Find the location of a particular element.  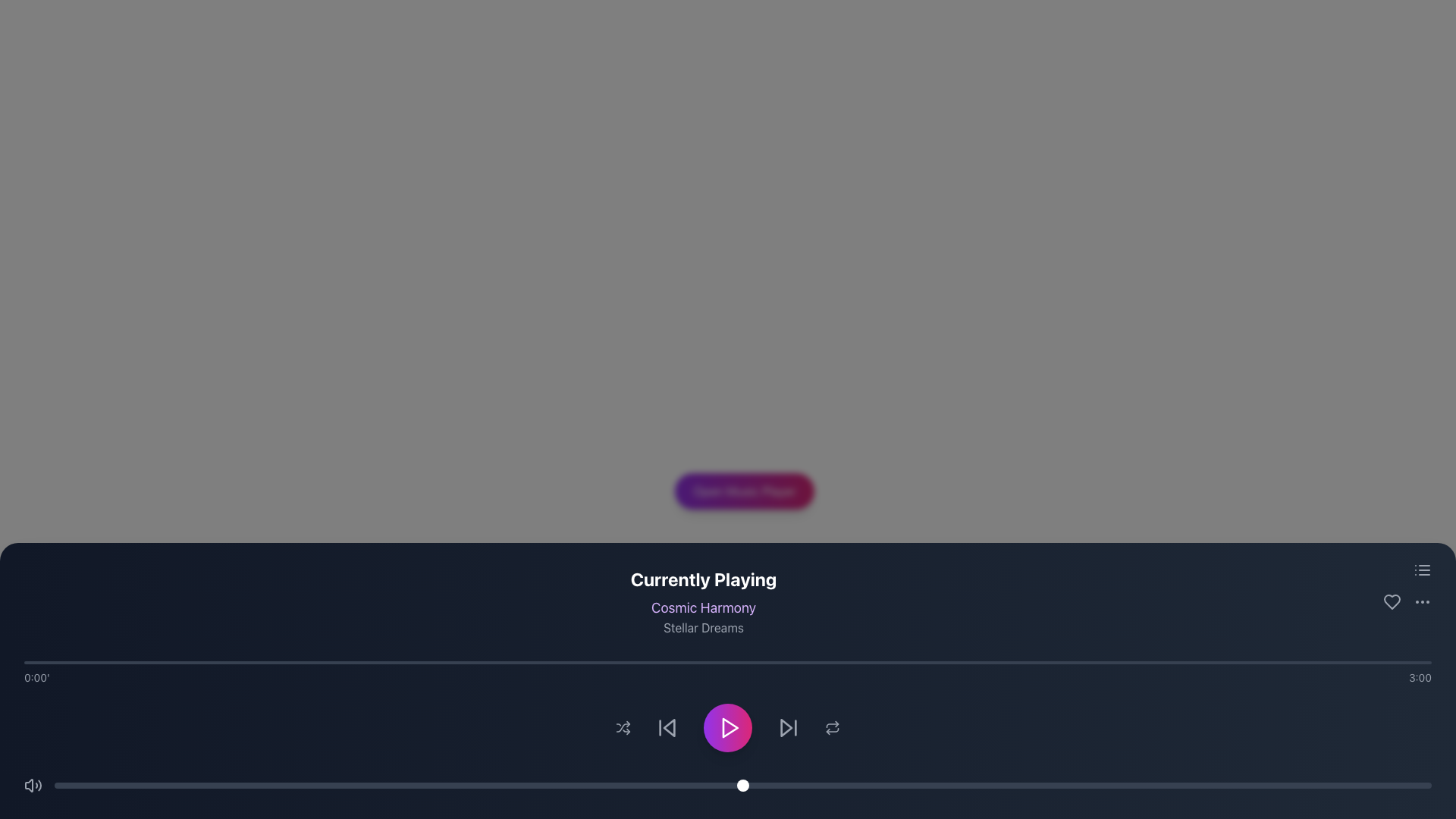

playback position is located at coordinates (649, 662).